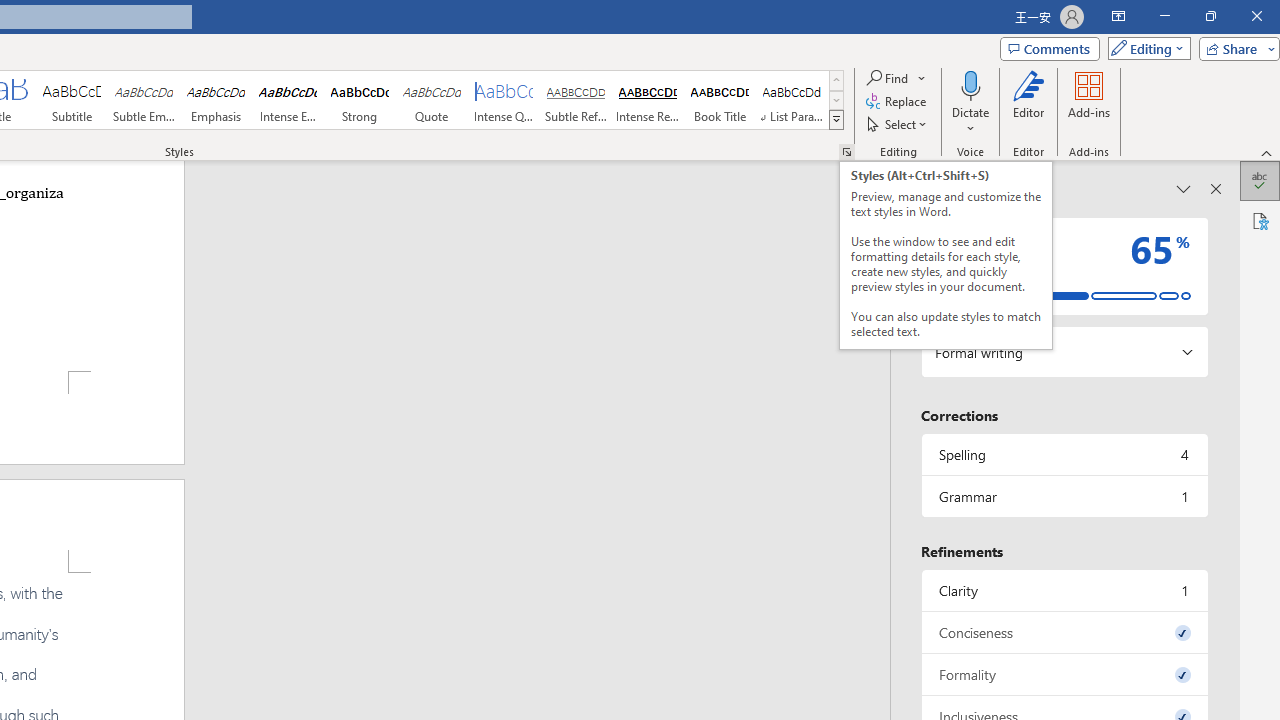  I want to click on 'Ribbon Display Options', so click(1117, 16).